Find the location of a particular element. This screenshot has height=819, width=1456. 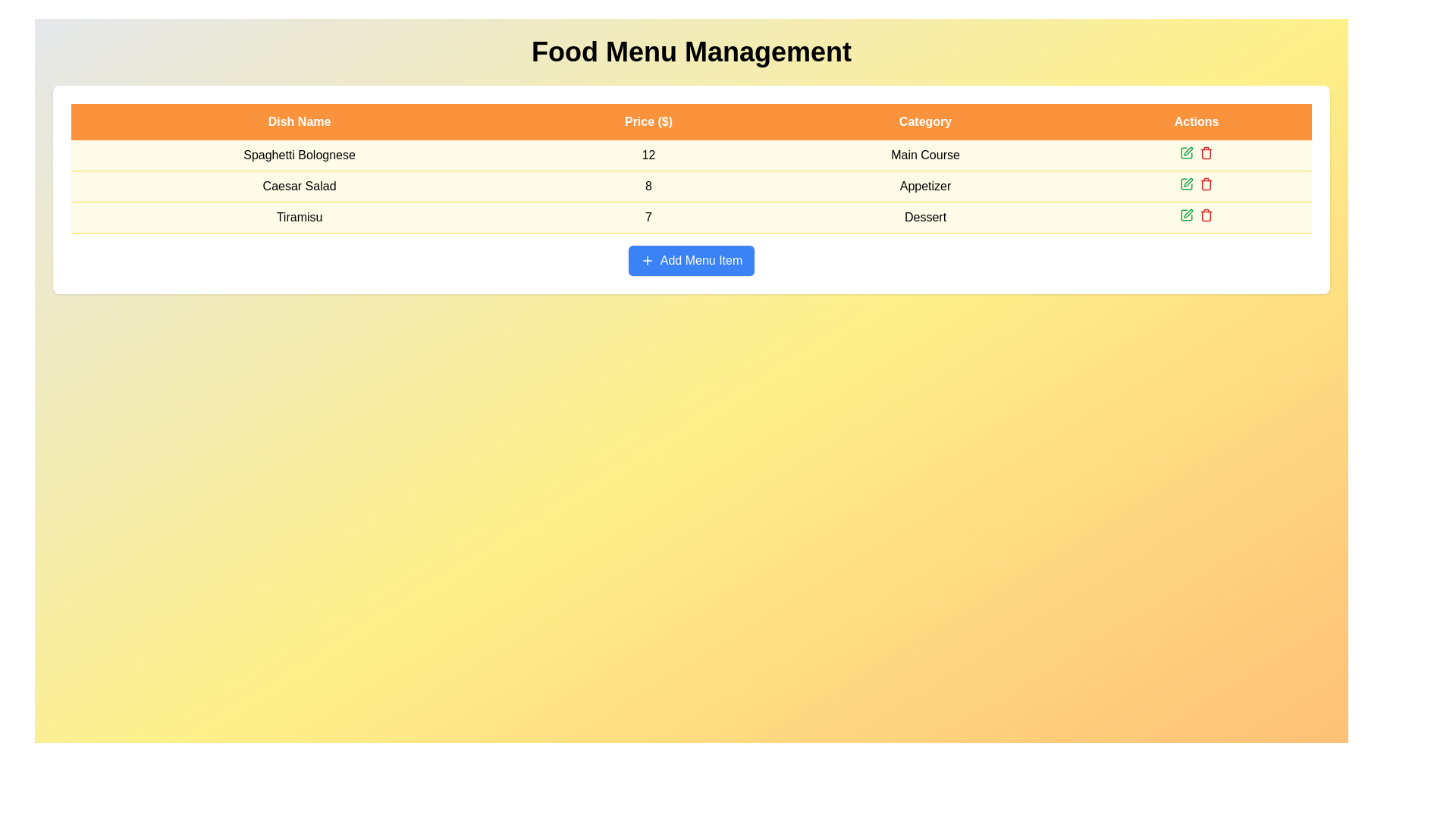

the edit action icon in the 'Dessert' row of the table, located in the 'Actions' column, which is the first icon in that row is located at coordinates (1185, 152).